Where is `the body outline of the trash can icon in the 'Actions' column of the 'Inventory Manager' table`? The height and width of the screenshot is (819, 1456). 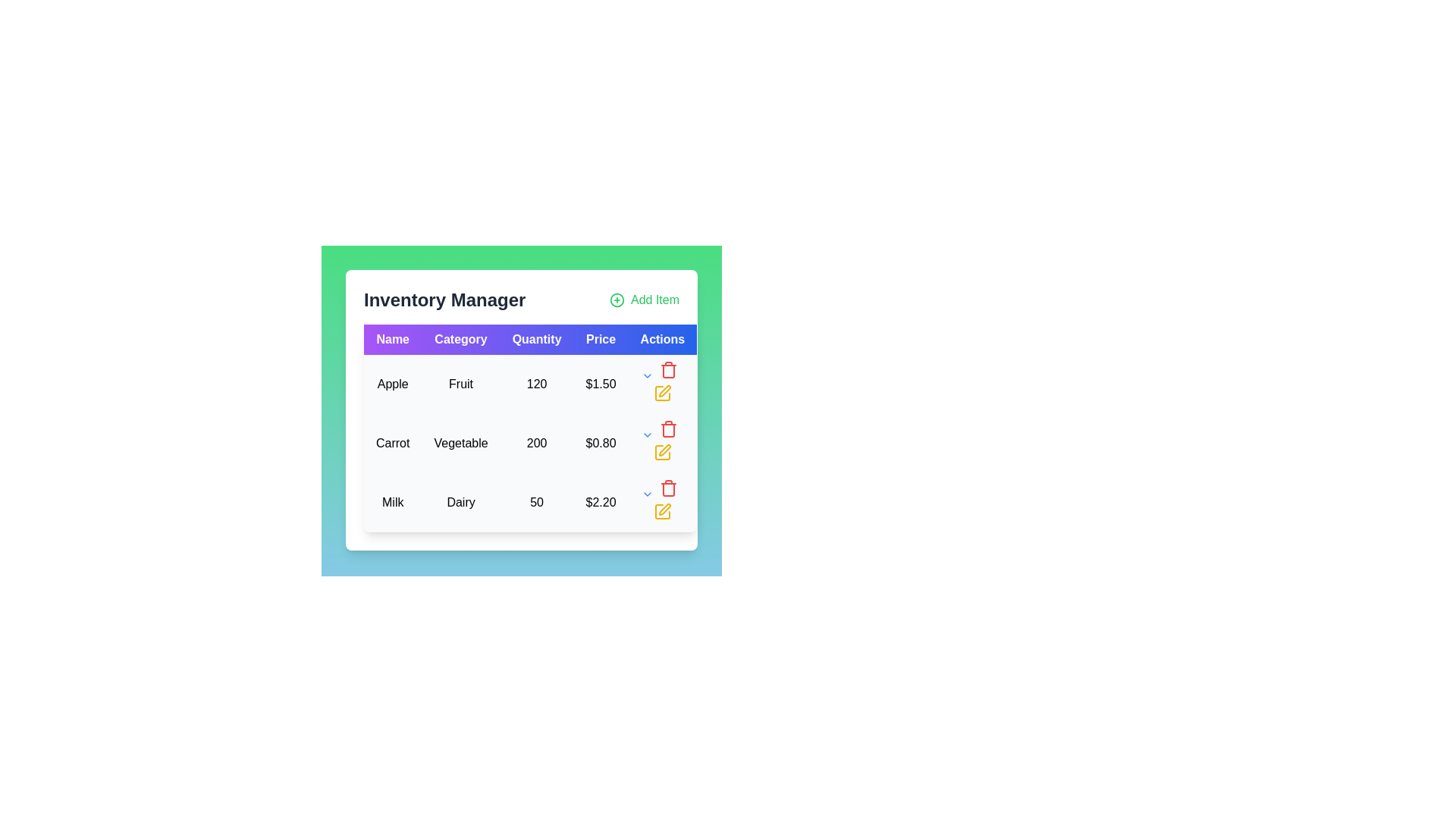 the body outline of the trash can icon in the 'Actions' column of the 'Inventory Manager' table is located at coordinates (667, 489).